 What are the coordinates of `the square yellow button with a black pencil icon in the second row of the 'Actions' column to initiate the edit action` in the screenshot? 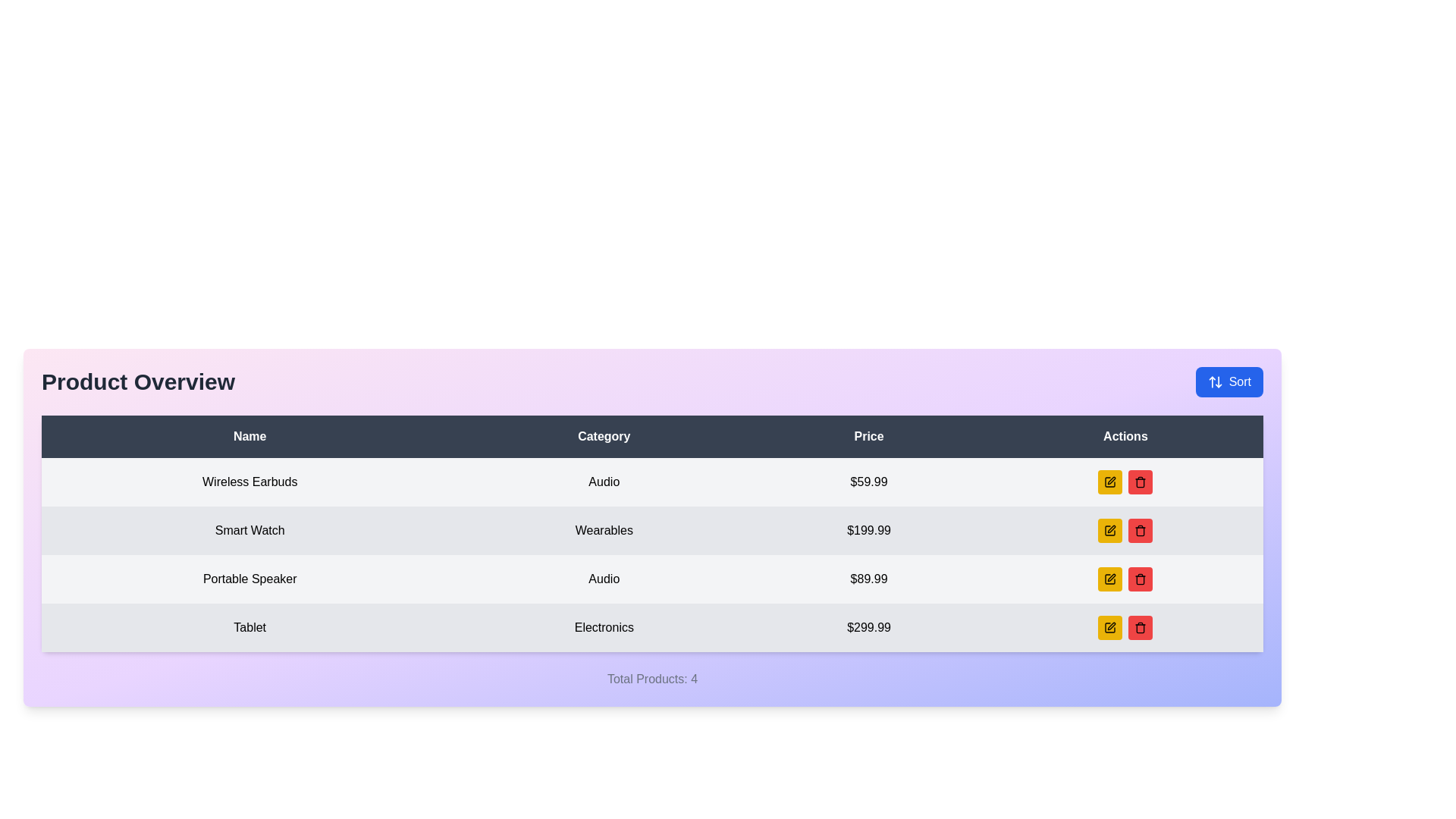 It's located at (1110, 529).